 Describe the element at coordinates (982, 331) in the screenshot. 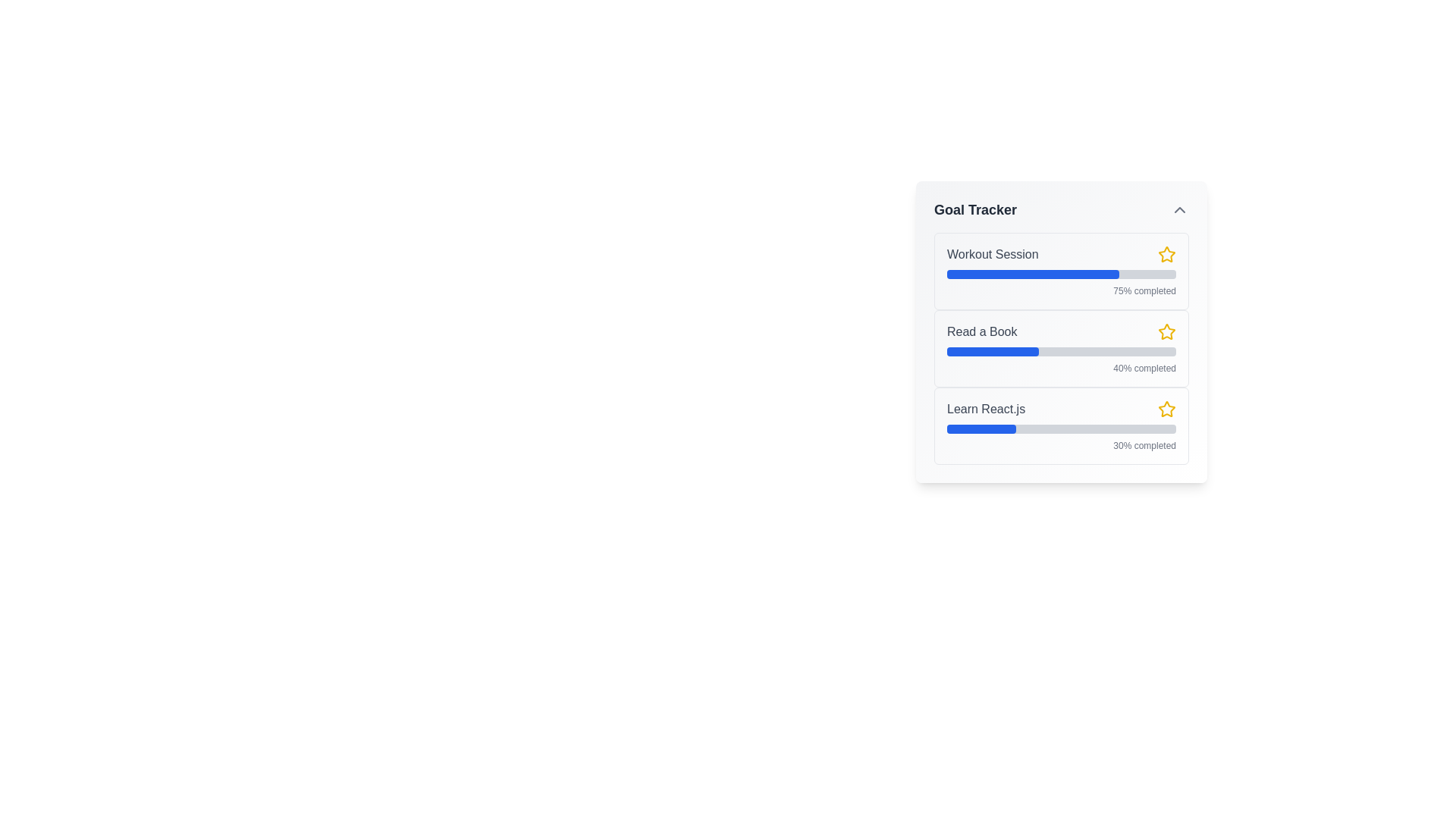

I see `the text label that reads 'Read a Book', styled with medium-weight font and gray color, located within a white card-like UI component, positioned above a blue progress bar and to the left of a yellow star icon in the Goal Tracker section` at that location.